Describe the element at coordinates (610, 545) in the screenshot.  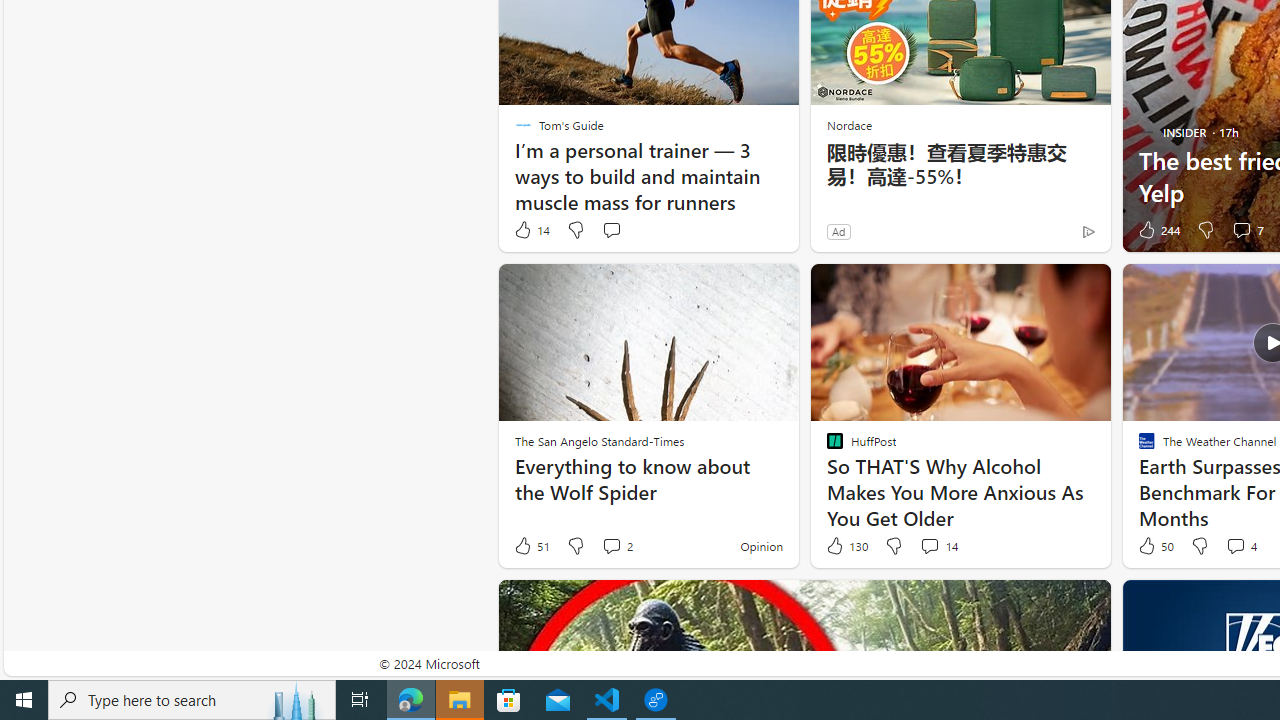
I see `'View comments 2 Comment'` at that location.